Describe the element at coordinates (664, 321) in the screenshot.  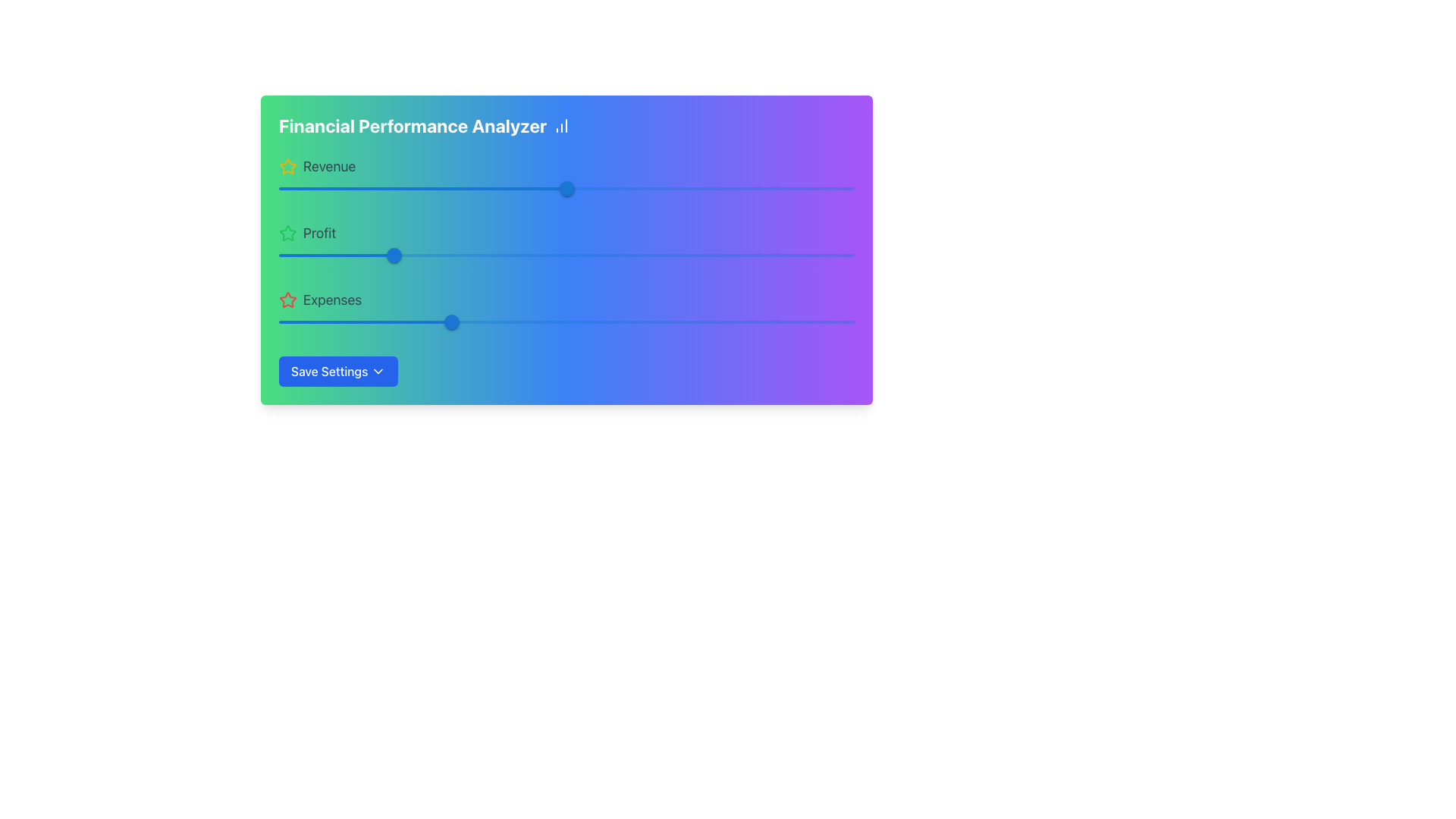
I see `the Expenses slider` at that location.